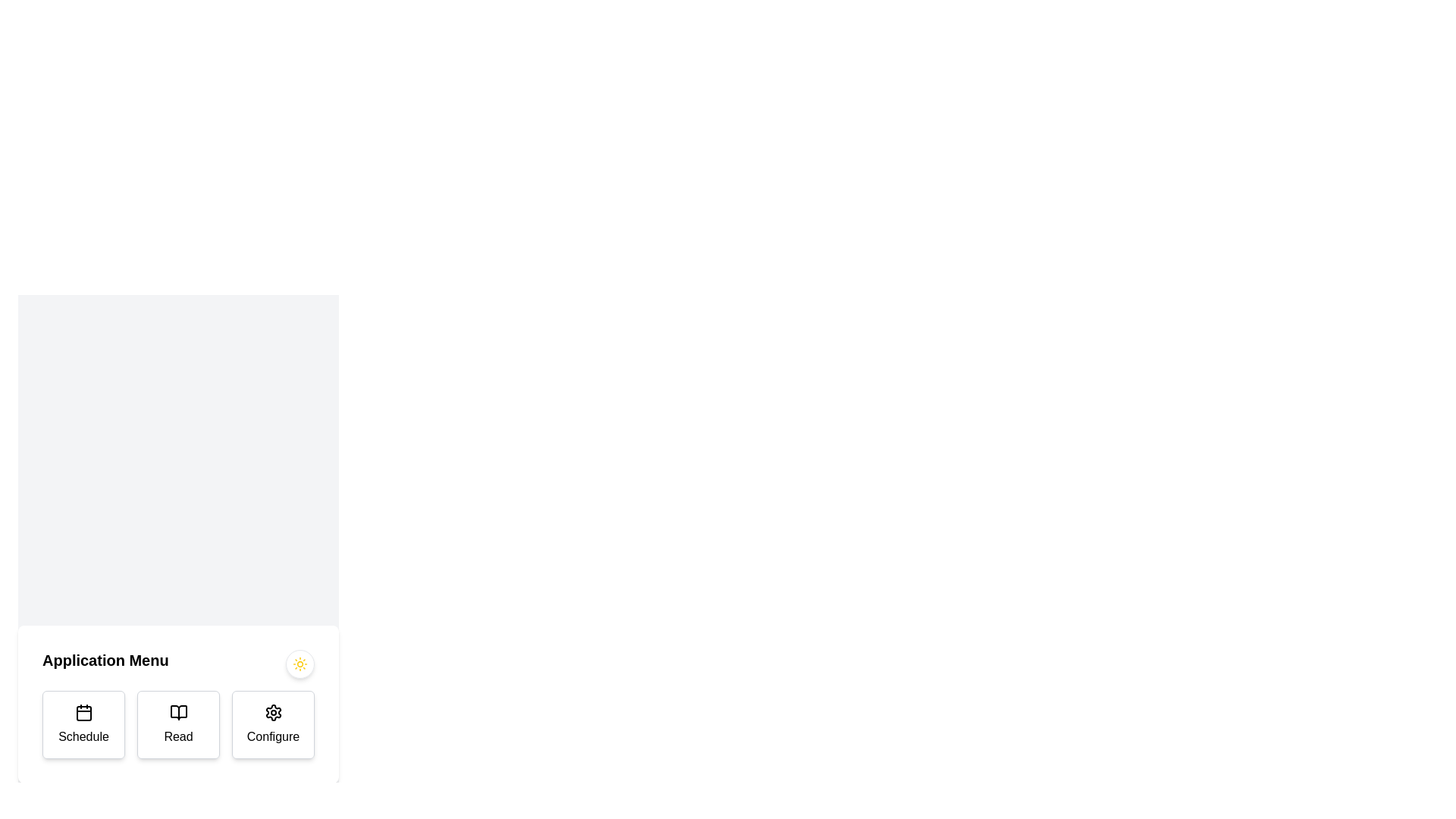 The image size is (1456, 819). I want to click on the 'Read' button located in the middle of a three-tile layout at the bottom of the interface, so click(178, 724).